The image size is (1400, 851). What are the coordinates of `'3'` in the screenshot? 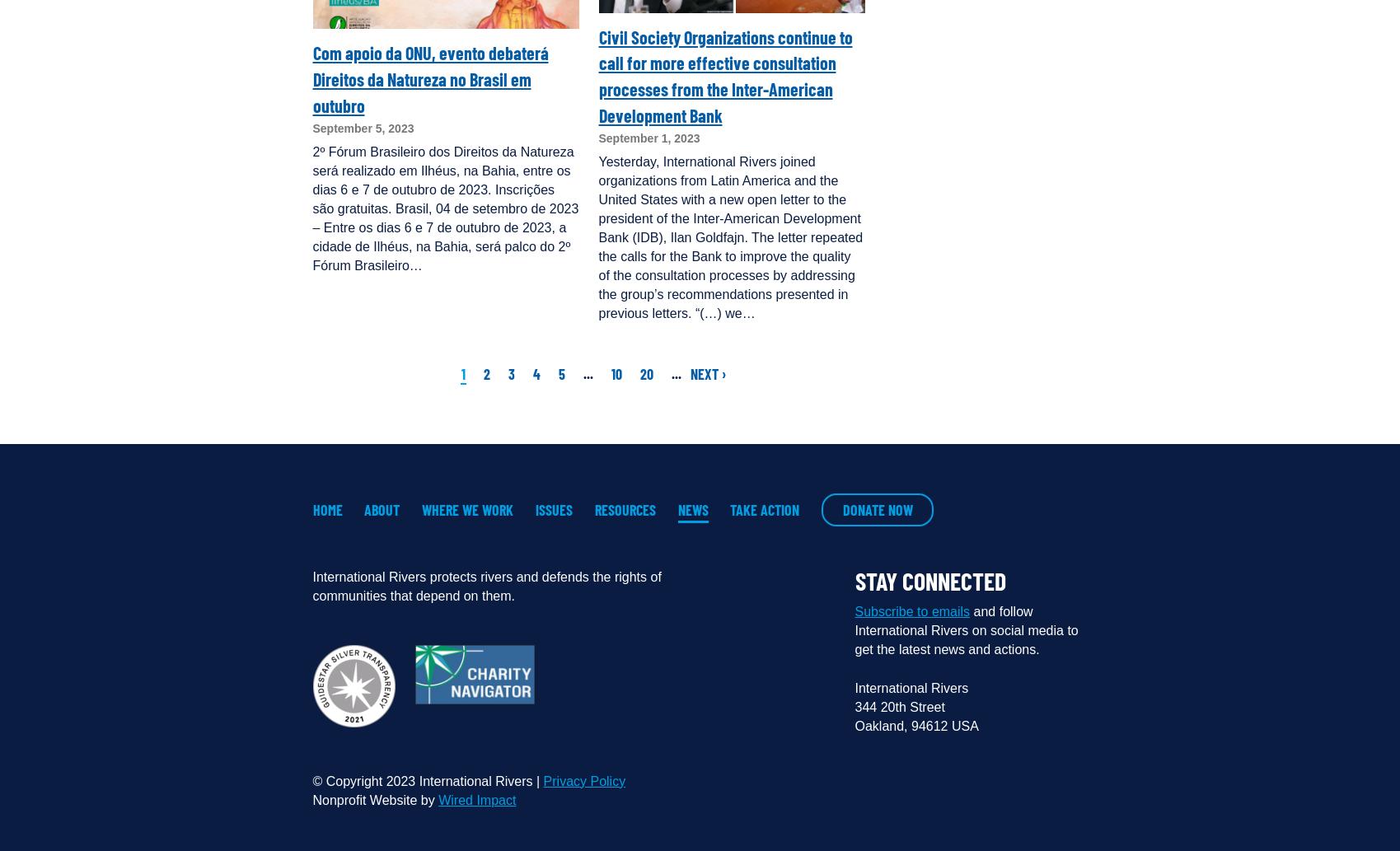 It's located at (510, 374).